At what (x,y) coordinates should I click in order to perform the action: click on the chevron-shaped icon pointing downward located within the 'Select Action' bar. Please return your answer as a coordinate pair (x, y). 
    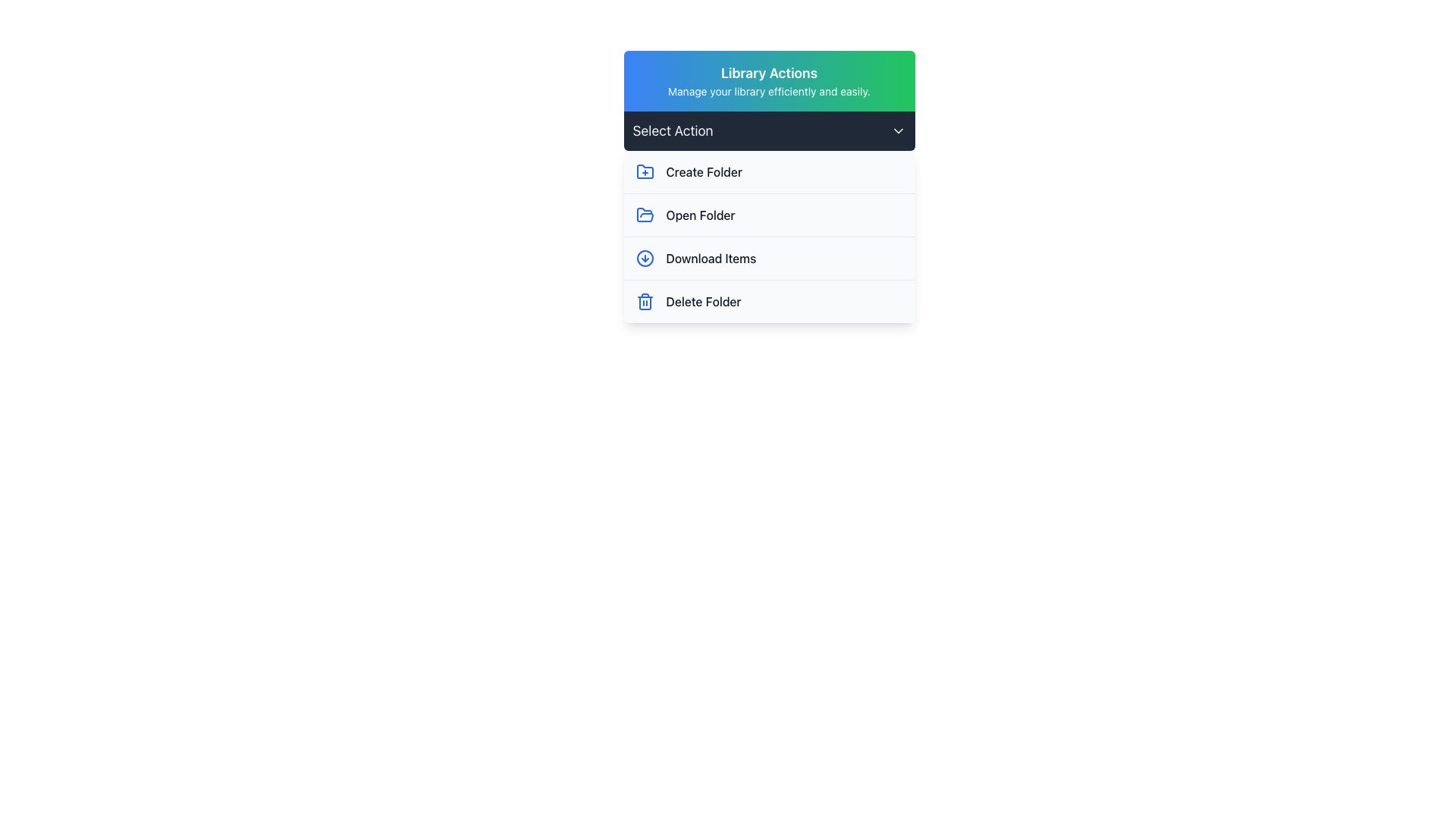
    Looking at the image, I should click on (898, 130).